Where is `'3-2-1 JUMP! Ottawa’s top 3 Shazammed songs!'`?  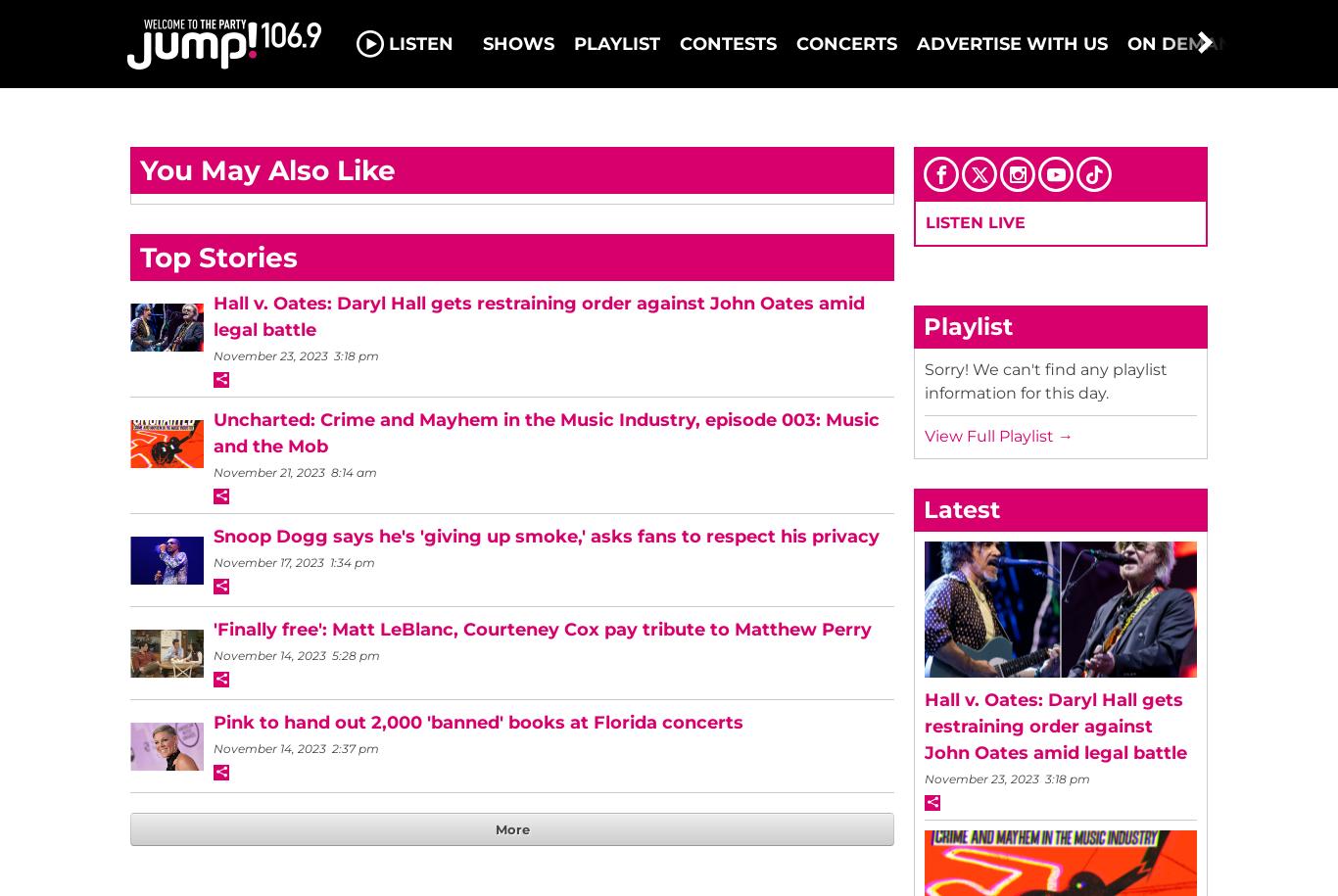 '3-2-1 JUMP! Ottawa’s top 3 Shazammed songs!' is located at coordinates (573, 340).